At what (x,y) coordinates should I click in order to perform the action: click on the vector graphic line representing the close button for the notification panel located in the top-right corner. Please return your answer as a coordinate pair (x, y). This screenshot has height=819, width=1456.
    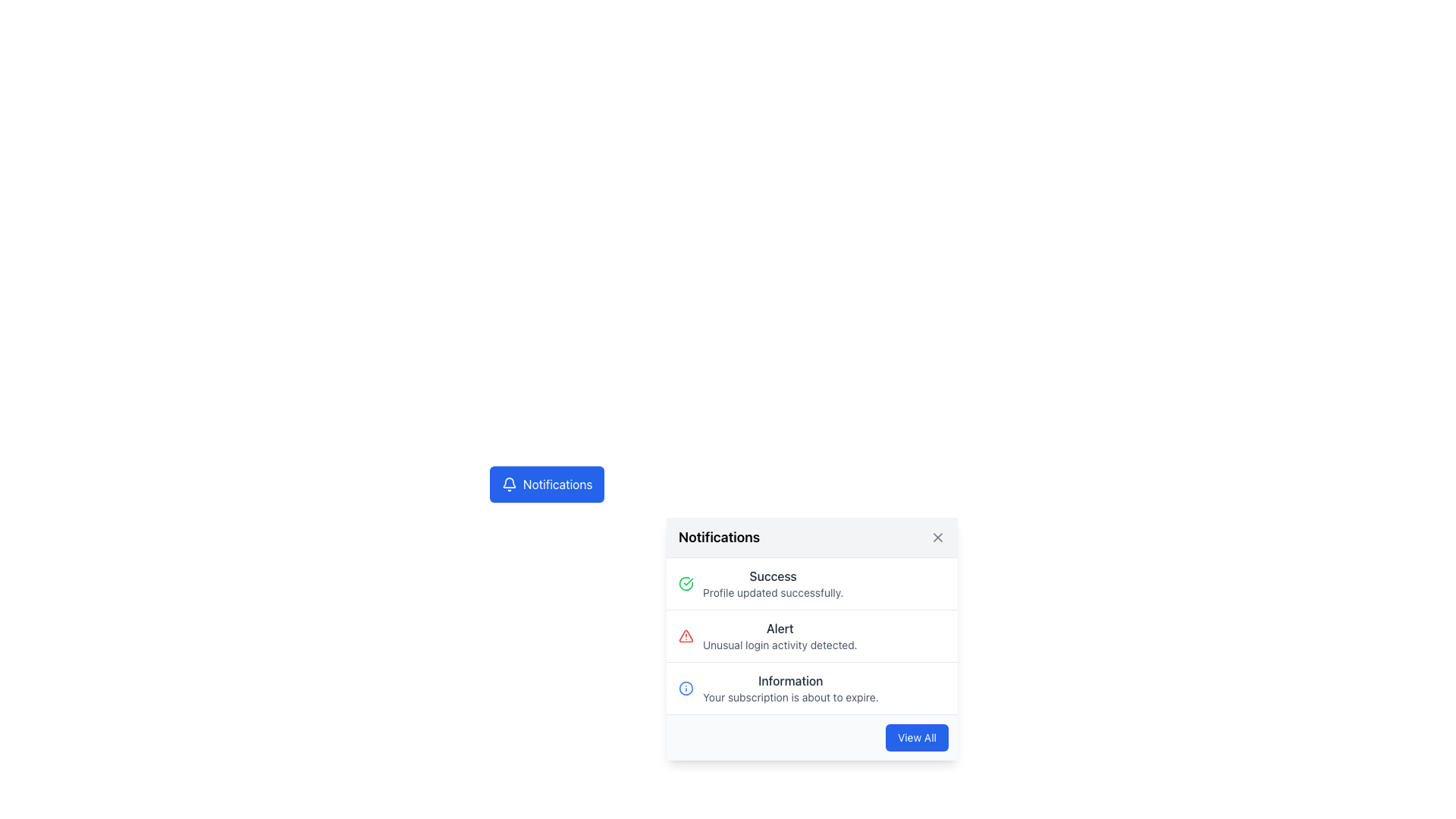
    Looking at the image, I should click on (937, 537).